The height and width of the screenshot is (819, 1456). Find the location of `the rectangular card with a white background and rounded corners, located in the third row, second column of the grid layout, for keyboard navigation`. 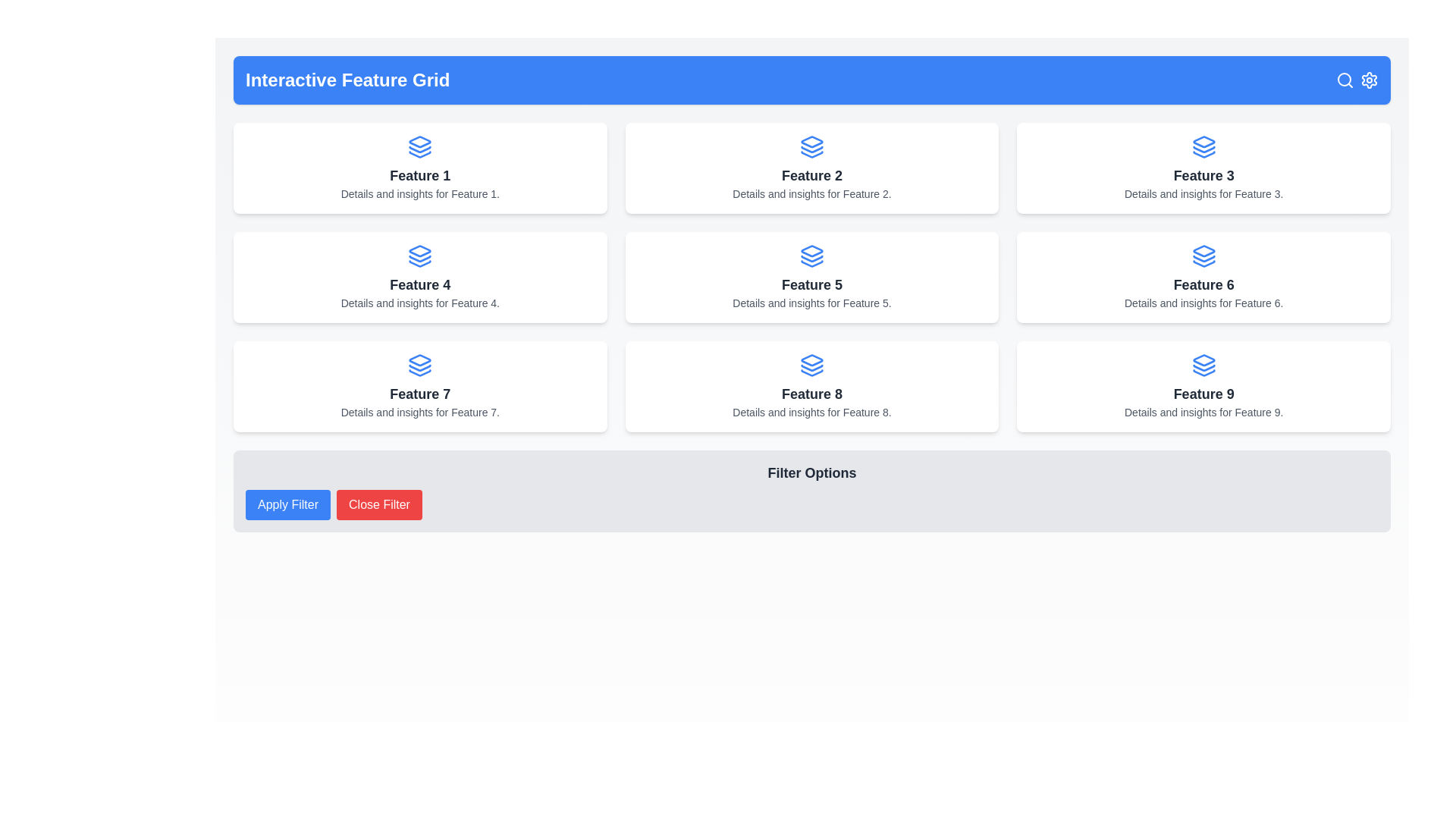

the rectangular card with a white background and rounded corners, located in the third row, second column of the grid layout, for keyboard navigation is located at coordinates (811, 385).